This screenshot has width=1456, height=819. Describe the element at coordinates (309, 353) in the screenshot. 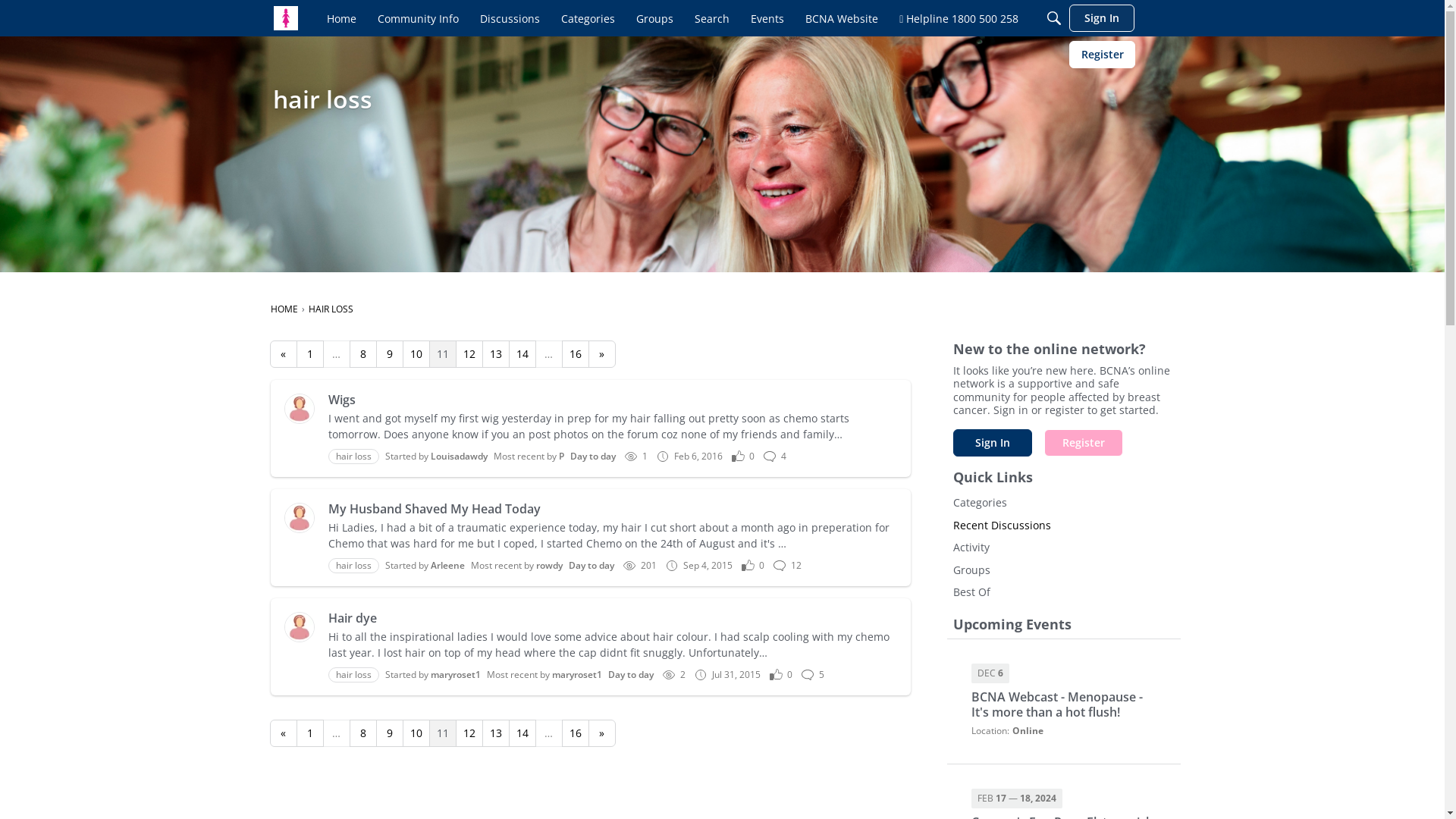

I see `'1'` at that location.